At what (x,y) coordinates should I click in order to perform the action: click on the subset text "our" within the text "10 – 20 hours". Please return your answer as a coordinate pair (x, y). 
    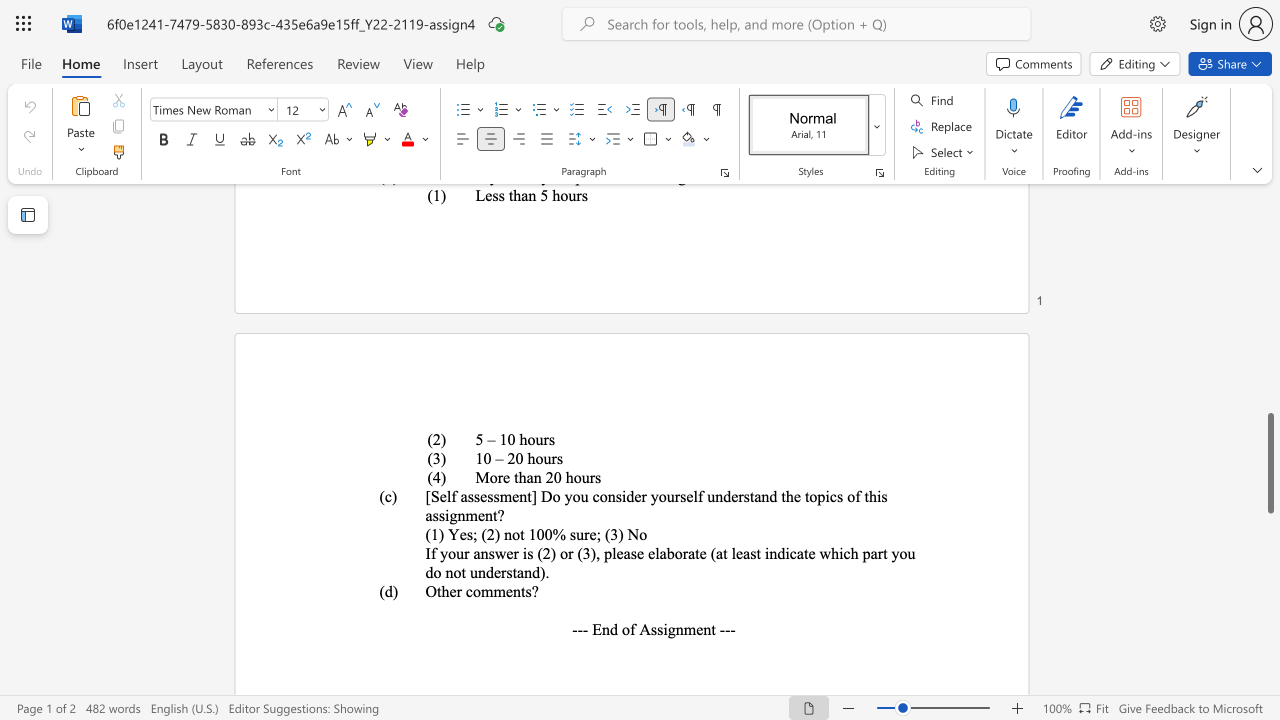
    Looking at the image, I should click on (535, 458).